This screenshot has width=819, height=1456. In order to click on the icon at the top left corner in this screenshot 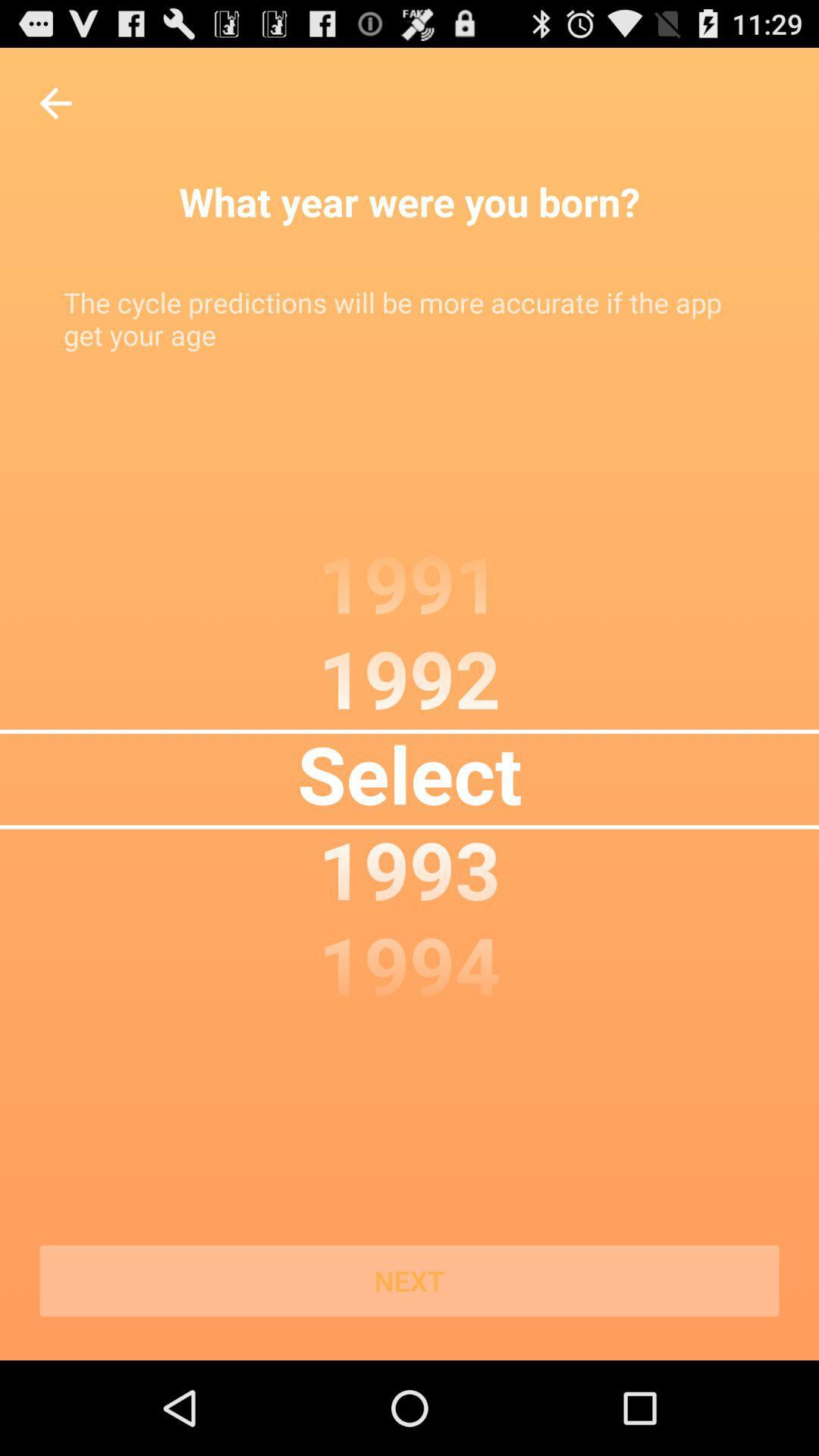, I will do `click(55, 102)`.